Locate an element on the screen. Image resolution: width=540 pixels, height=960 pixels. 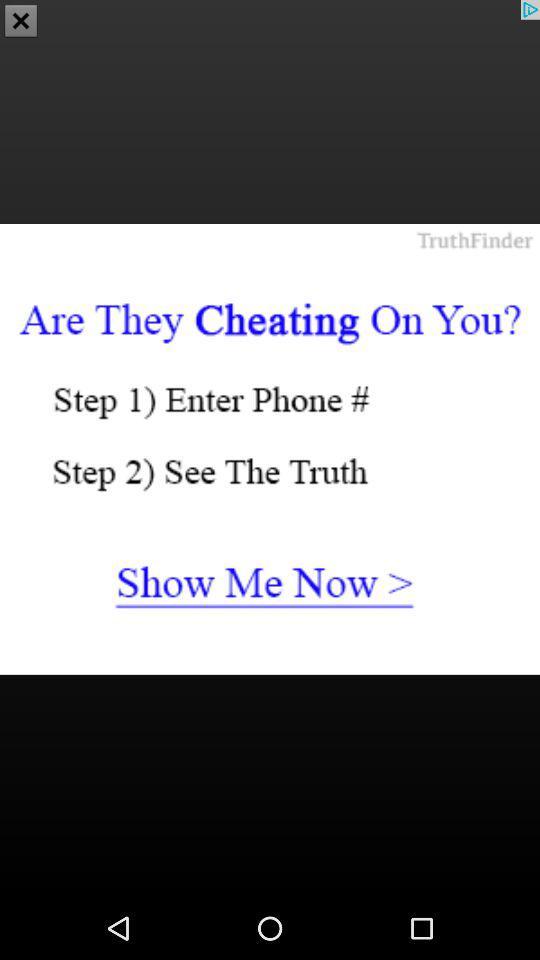
the close icon is located at coordinates (20, 21).